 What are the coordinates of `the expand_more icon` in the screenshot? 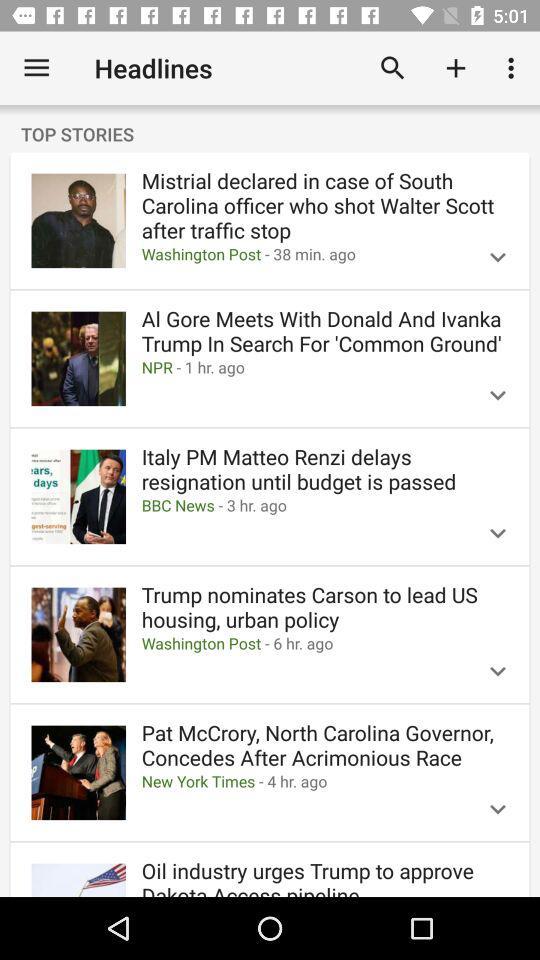 It's located at (496, 671).